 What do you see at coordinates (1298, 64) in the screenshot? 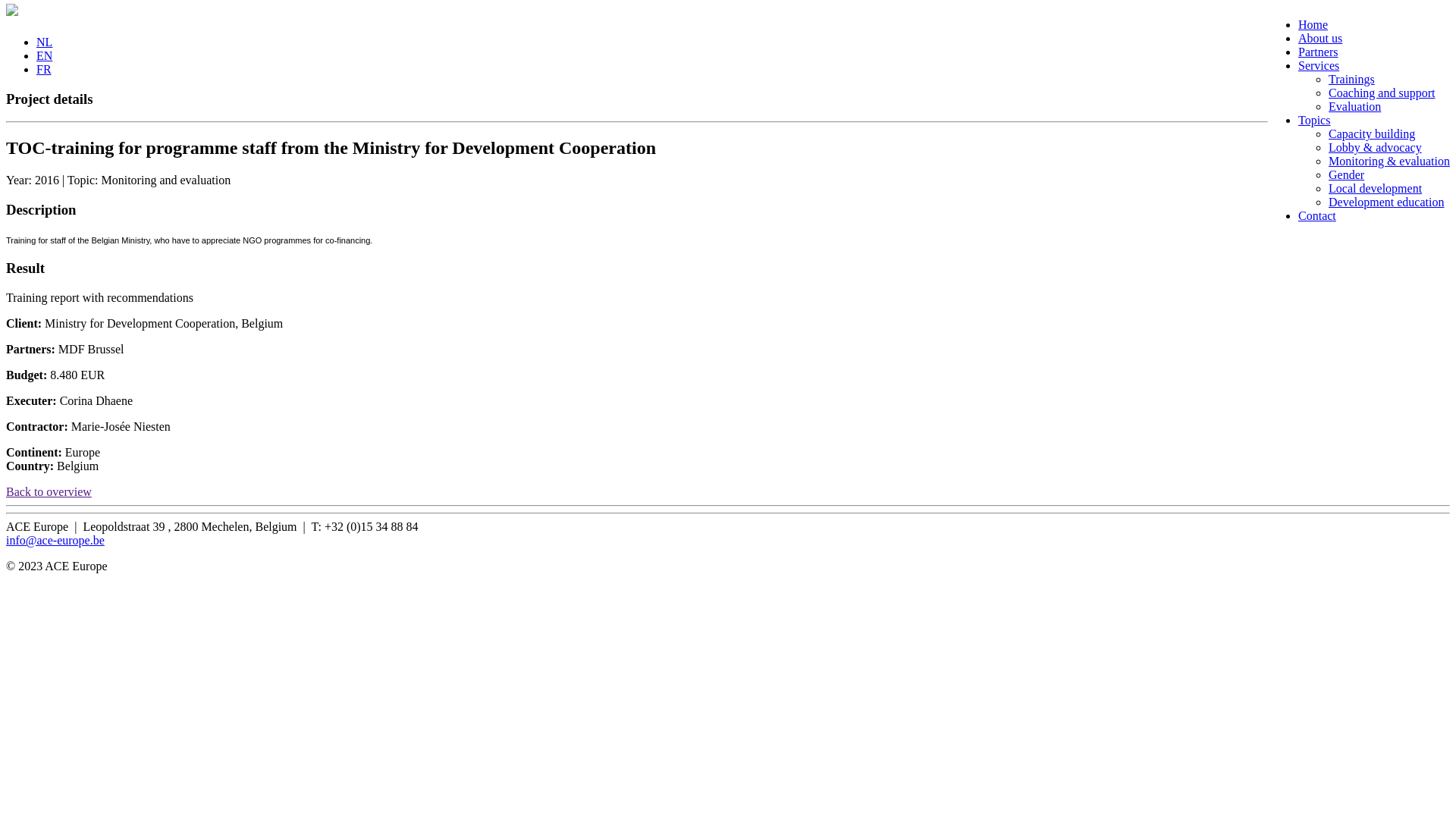
I see `'Services'` at bounding box center [1298, 64].